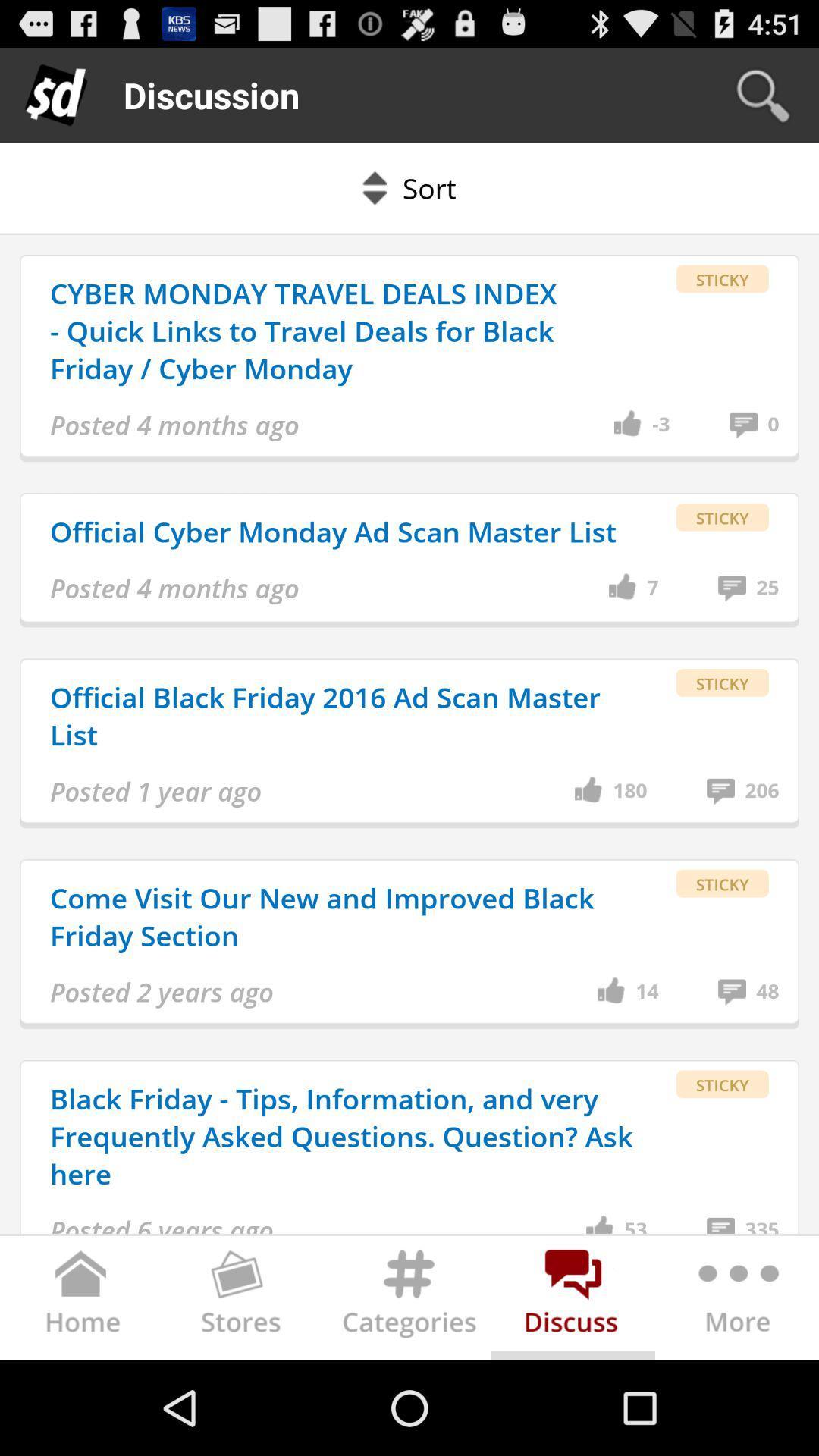 The image size is (819, 1456). What do you see at coordinates (82, 1301) in the screenshot?
I see `home page` at bounding box center [82, 1301].